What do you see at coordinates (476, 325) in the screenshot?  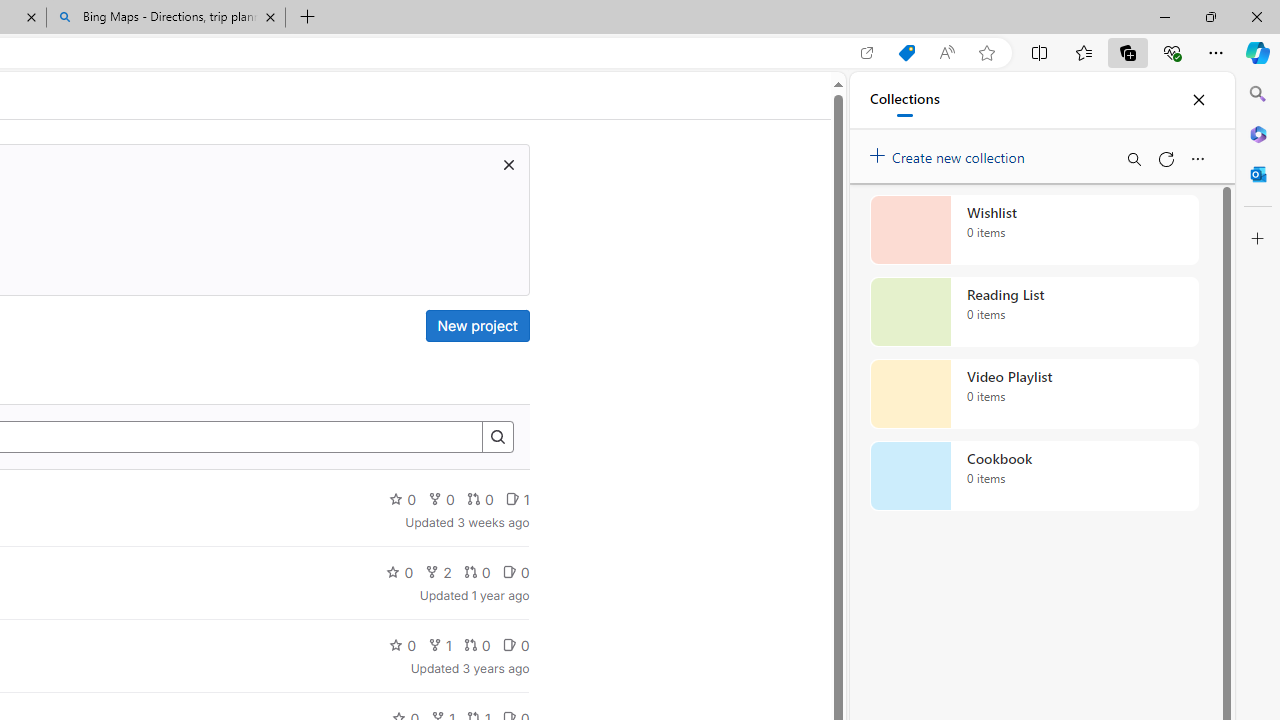 I see `'New project'` at bounding box center [476, 325].